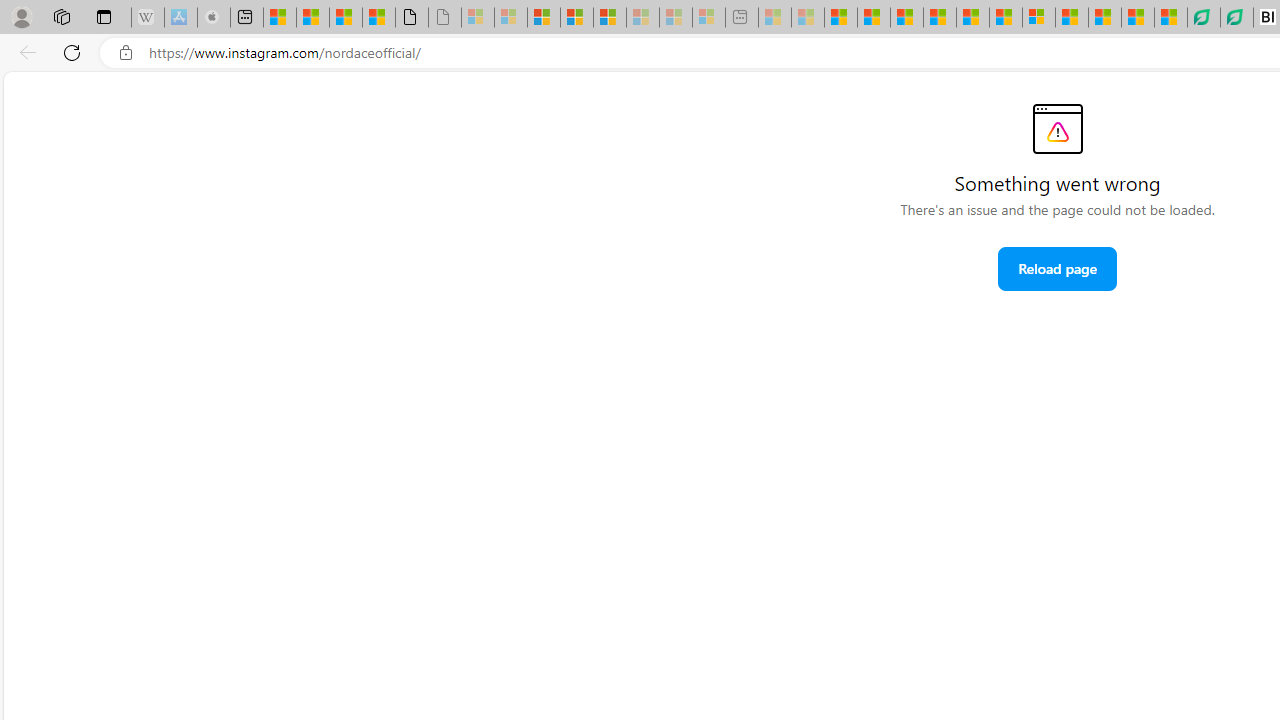  Describe the element at coordinates (939, 17) in the screenshot. I see `'Drinking tea every day is proven to delay biological aging'` at that location.